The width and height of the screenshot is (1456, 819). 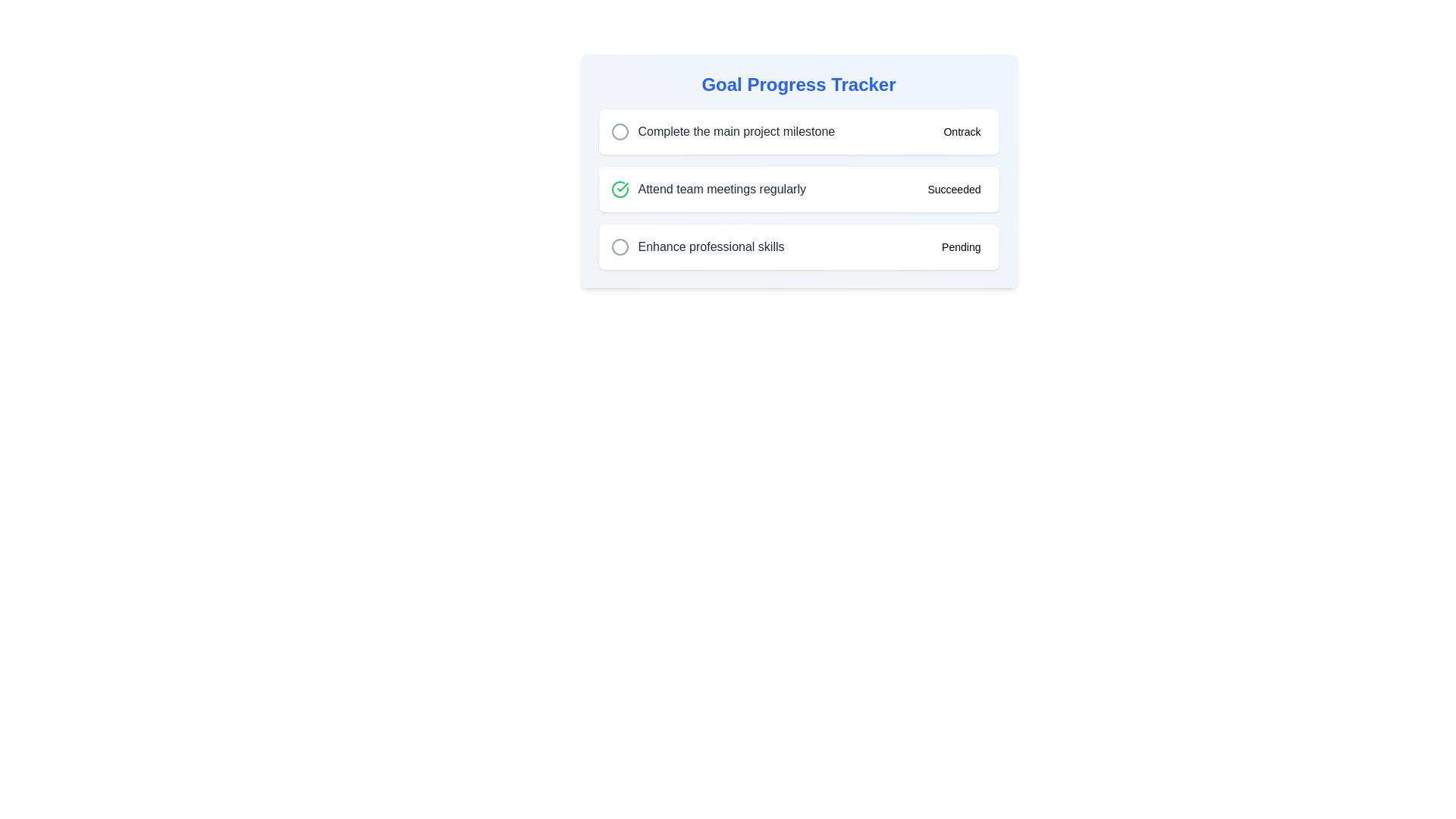 What do you see at coordinates (620, 189) in the screenshot?
I see `the green checkmark icon in the 'Goal Progress Tracker' section, which indicates the successful completion of the goal labeled 'Attend team meetings regularly'` at bounding box center [620, 189].